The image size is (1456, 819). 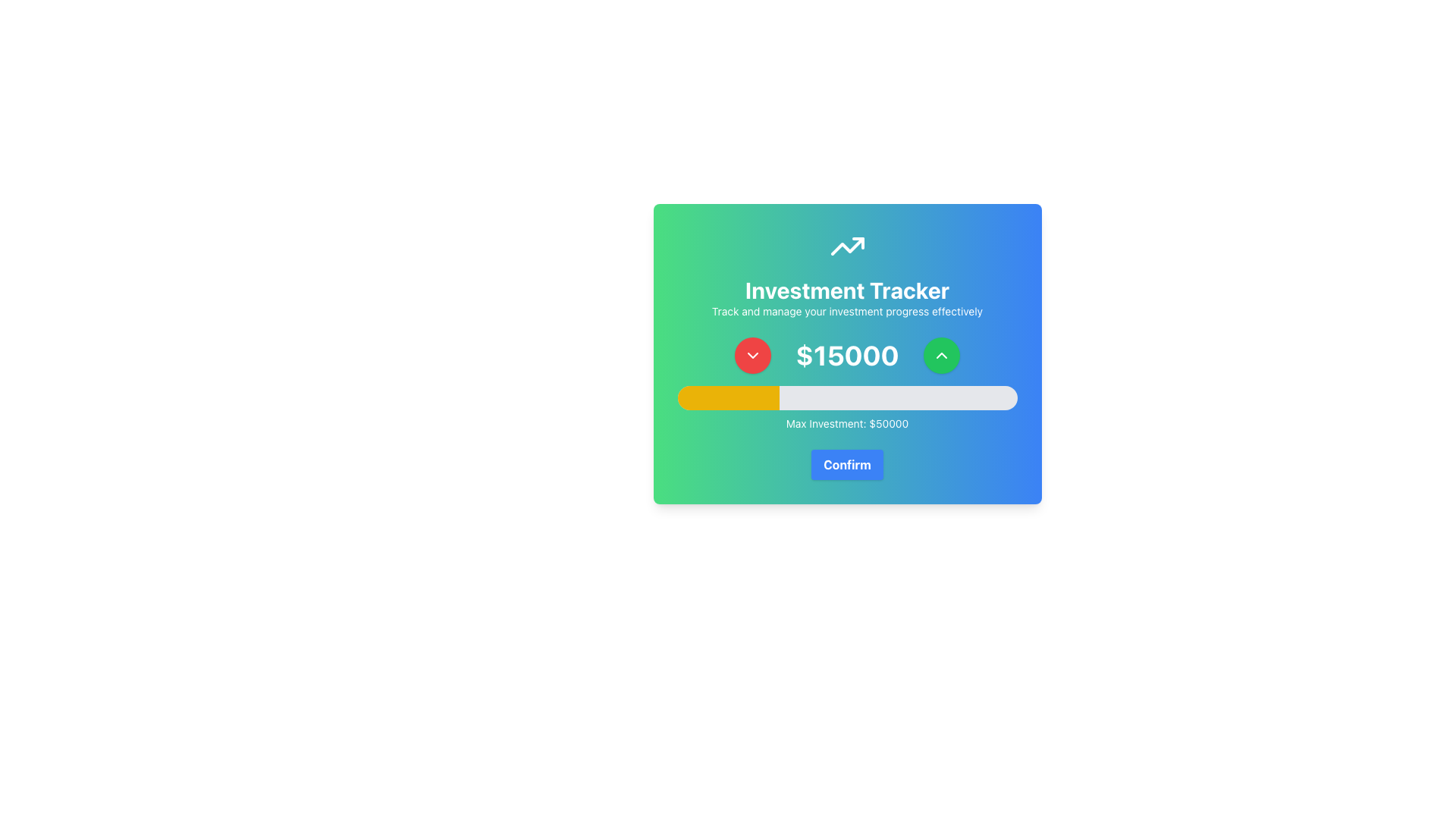 I want to click on the progress indicator within the Investment Tracker module, which visually represents approximately 30% completion of the task, so click(x=728, y=397).